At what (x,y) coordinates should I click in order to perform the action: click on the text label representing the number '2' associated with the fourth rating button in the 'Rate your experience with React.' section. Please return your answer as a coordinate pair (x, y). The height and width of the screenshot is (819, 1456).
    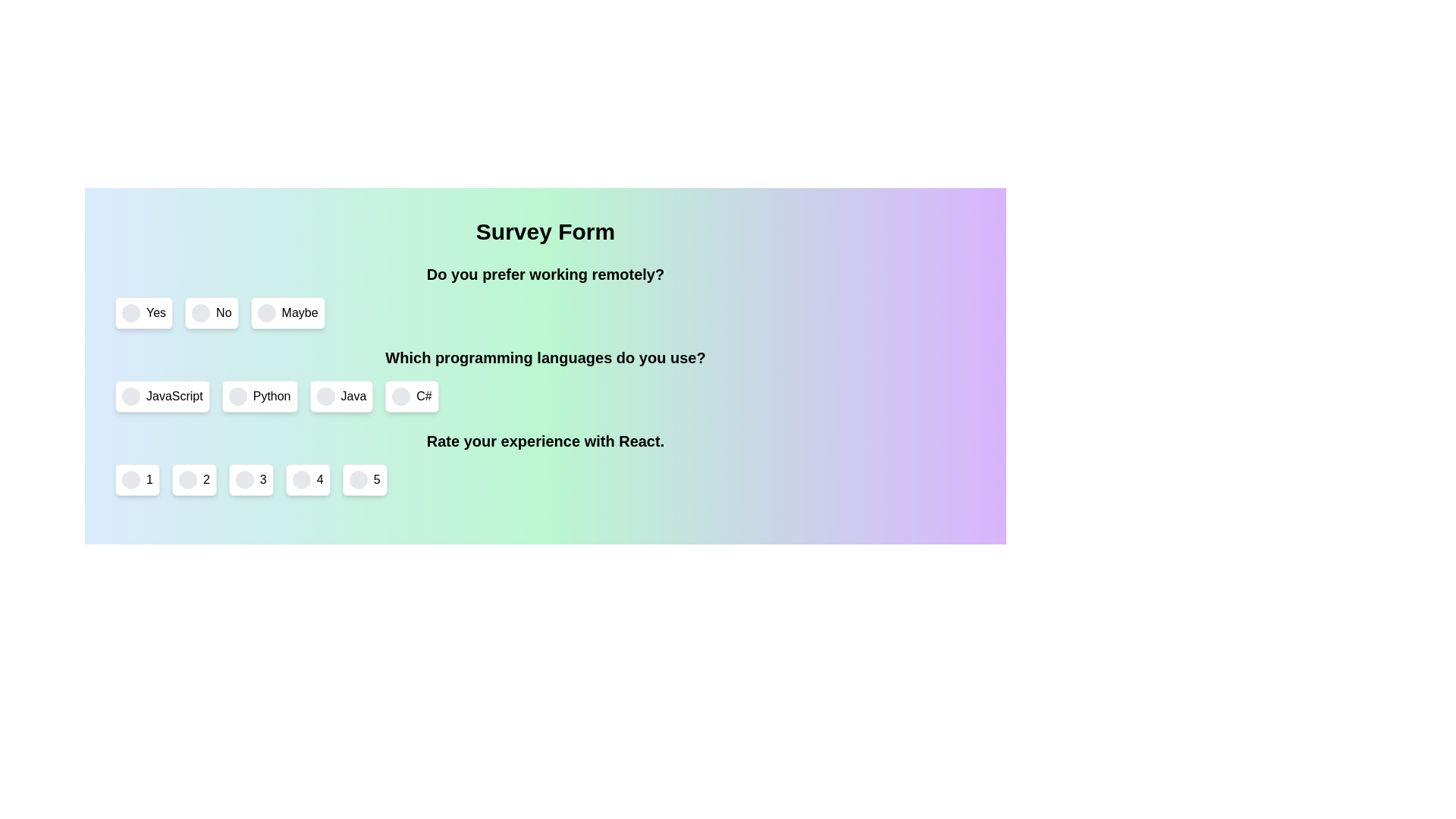
    Looking at the image, I should click on (206, 479).